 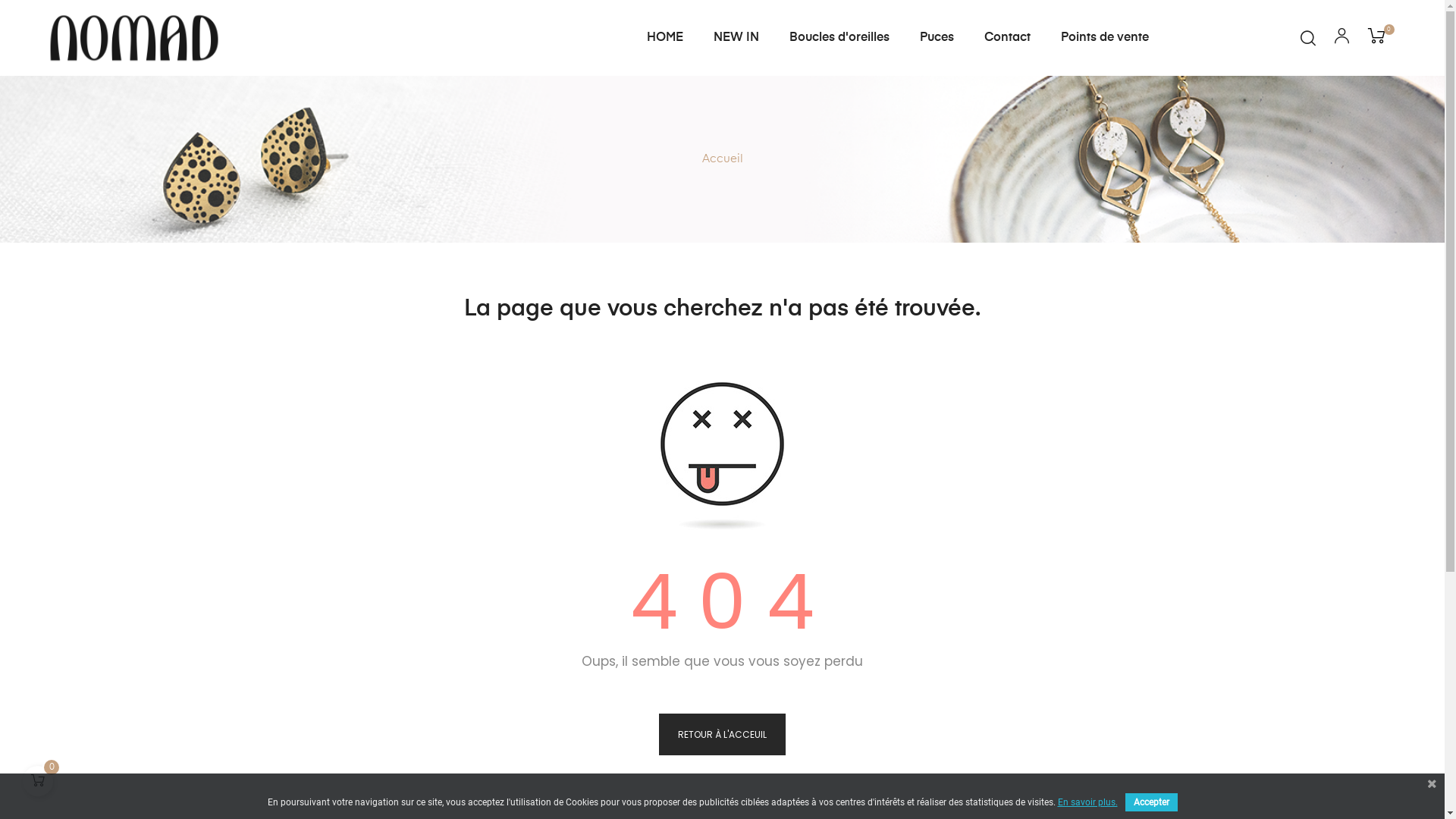 What do you see at coordinates (722, 158) in the screenshot?
I see `'Accueil'` at bounding box center [722, 158].